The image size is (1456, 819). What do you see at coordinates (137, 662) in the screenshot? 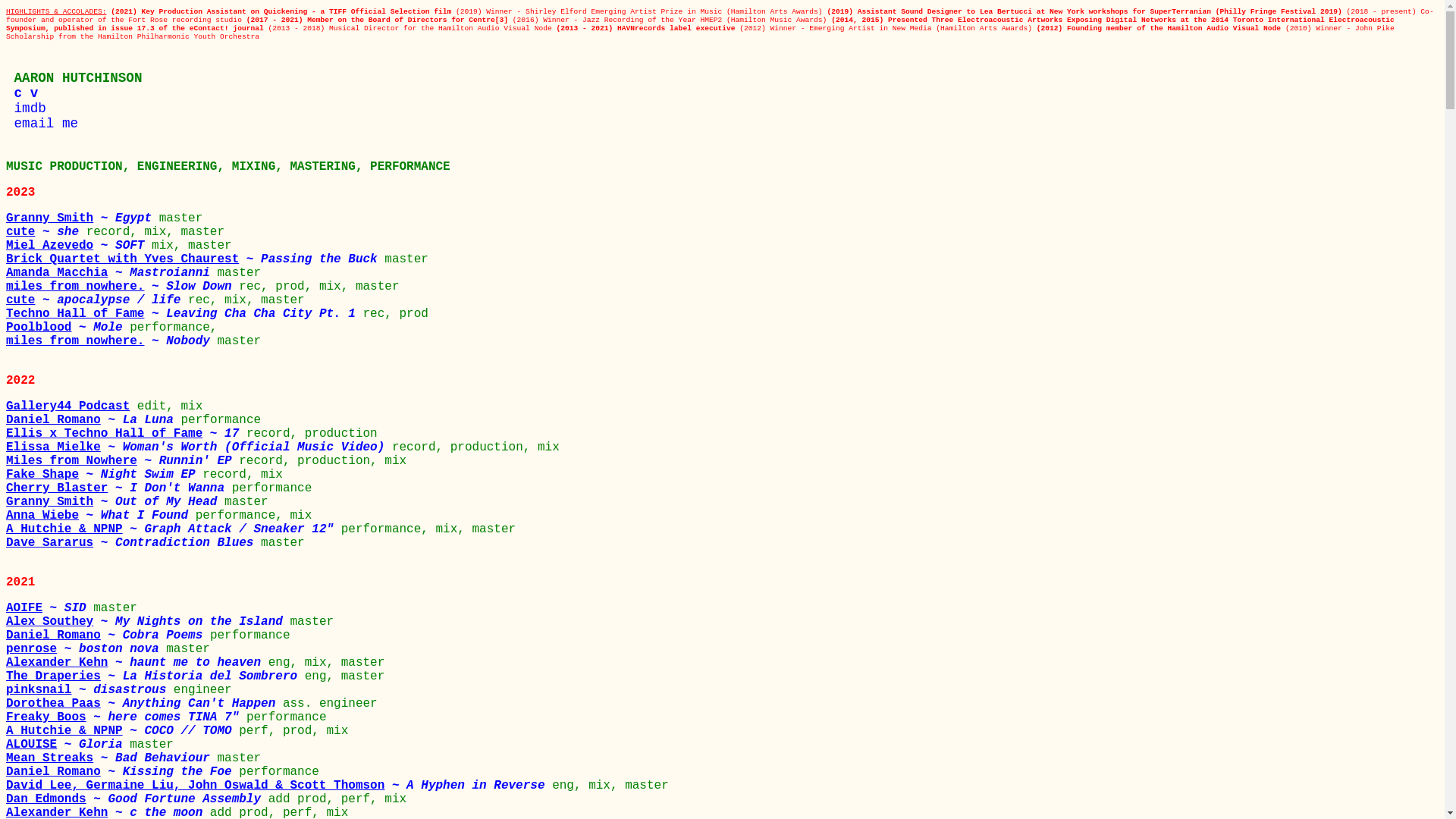
I see `'Alexander Kehn ~ haunt me to heaven'` at bounding box center [137, 662].